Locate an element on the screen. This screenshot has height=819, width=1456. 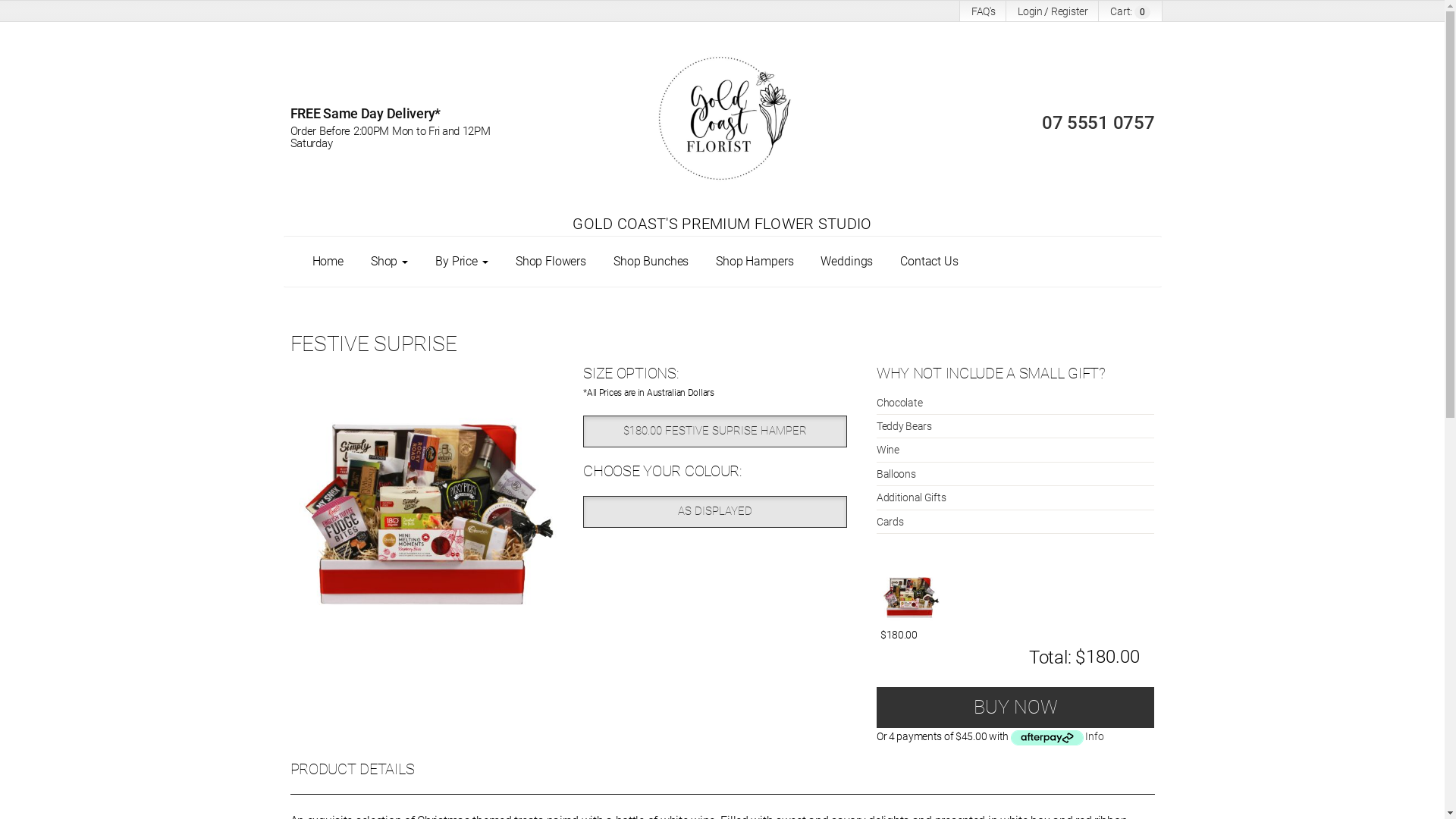
'Shop' is located at coordinates (356, 260).